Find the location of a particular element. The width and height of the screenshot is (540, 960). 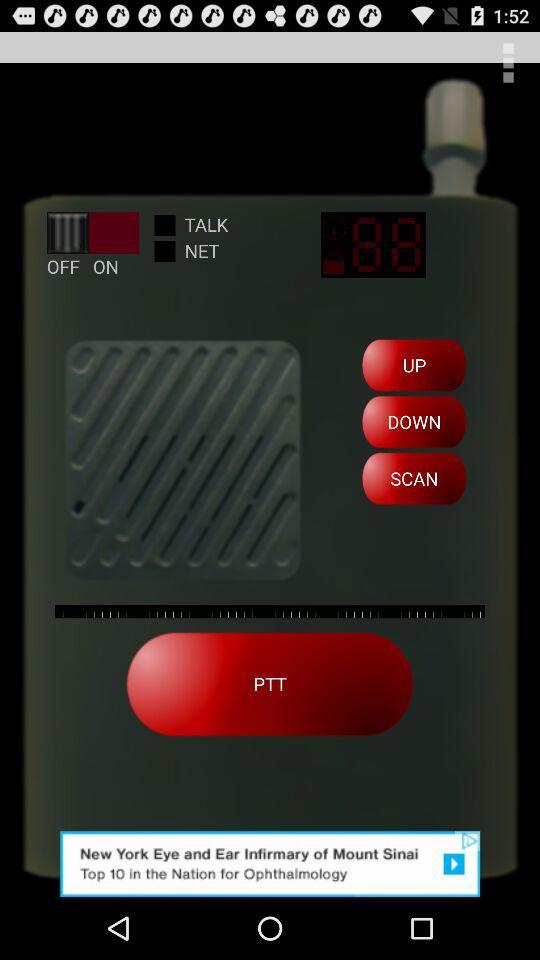

advertisement is located at coordinates (270, 863).